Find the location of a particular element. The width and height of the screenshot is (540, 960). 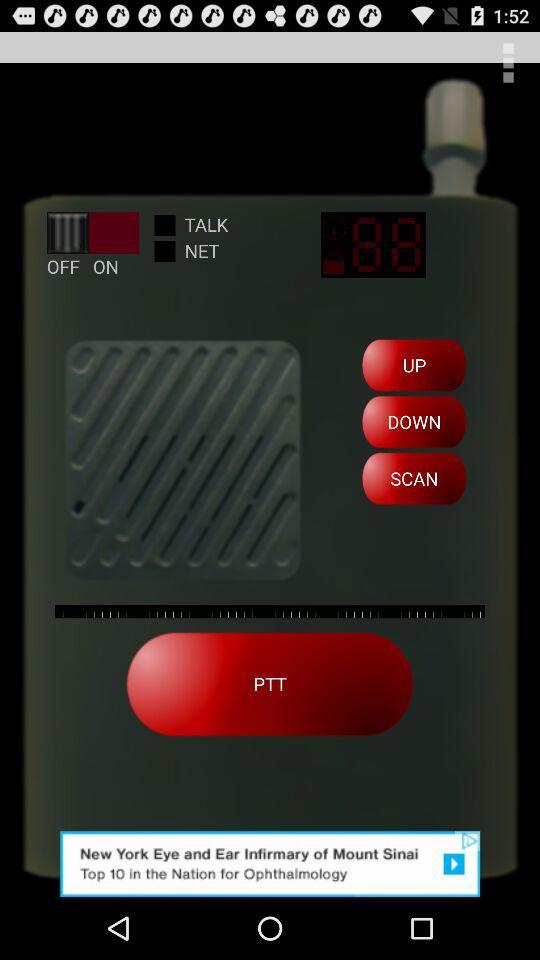

advertisement is located at coordinates (270, 863).